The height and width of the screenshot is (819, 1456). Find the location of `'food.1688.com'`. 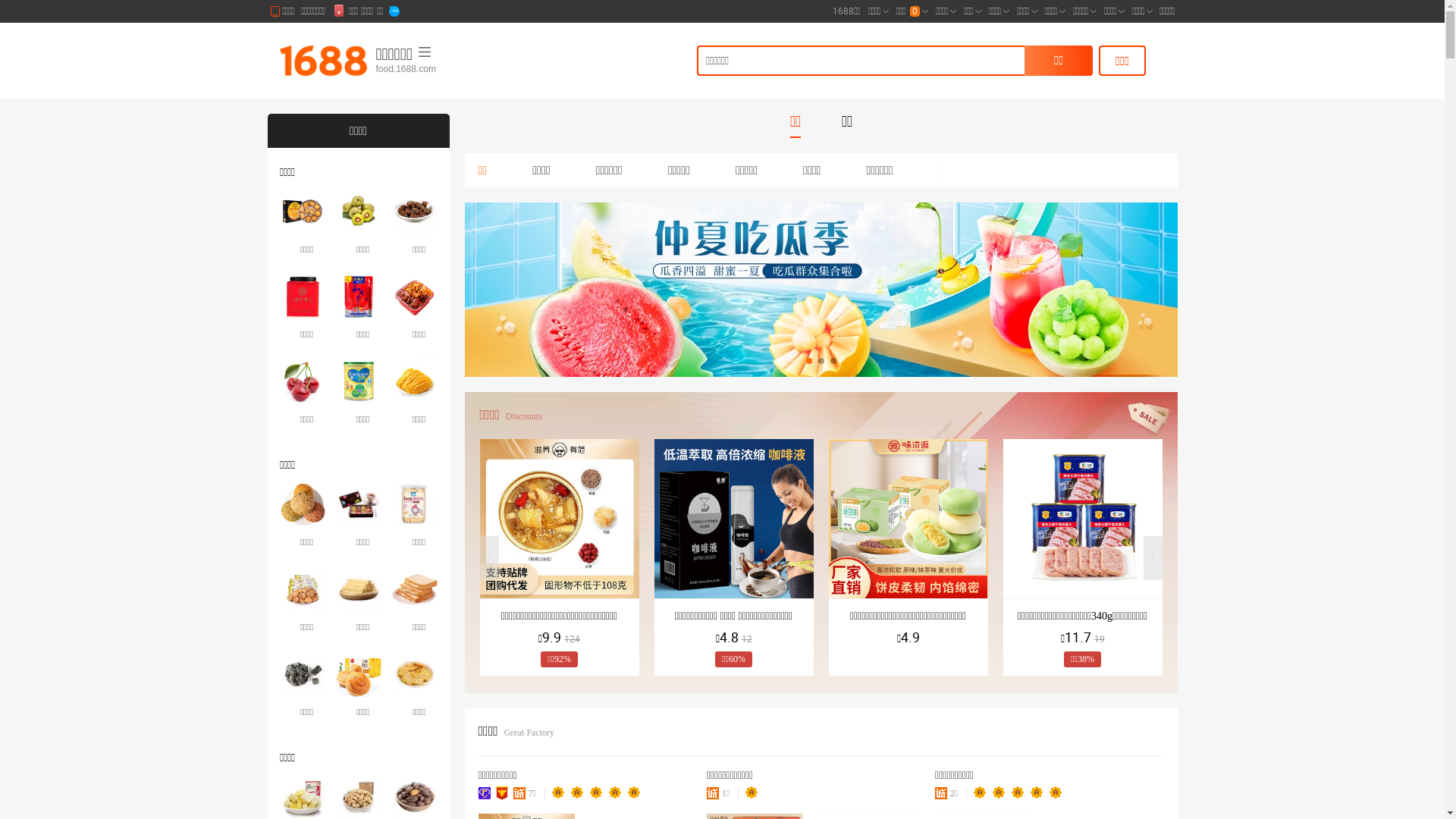

'food.1688.com' is located at coordinates (450, 69).